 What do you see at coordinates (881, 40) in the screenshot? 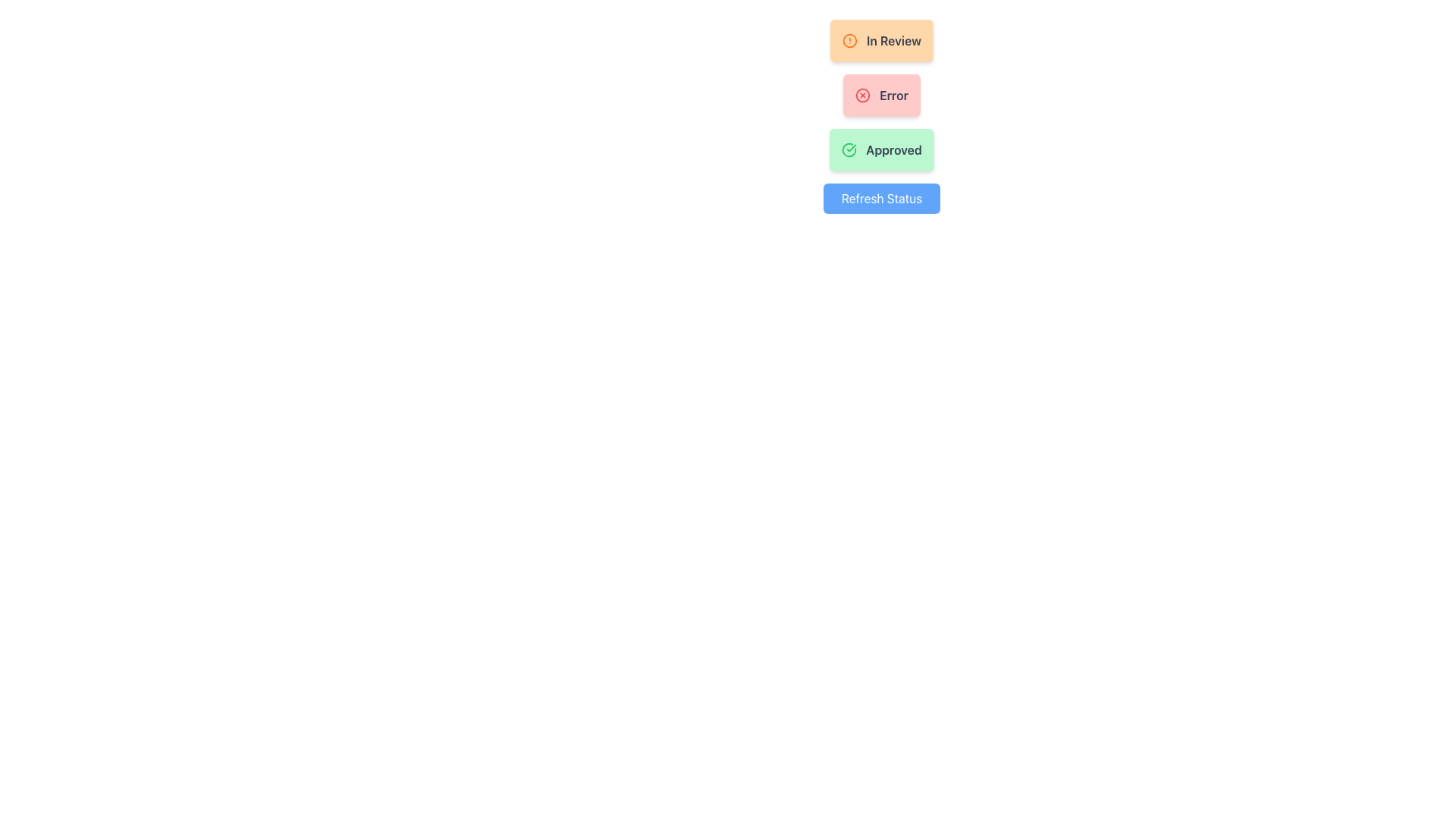
I see `the 'In Review' status indicator, which is a horizontally aligned rectangular button with rounded corners, light orange background, and an exclamation mark icon` at bounding box center [881, 40].